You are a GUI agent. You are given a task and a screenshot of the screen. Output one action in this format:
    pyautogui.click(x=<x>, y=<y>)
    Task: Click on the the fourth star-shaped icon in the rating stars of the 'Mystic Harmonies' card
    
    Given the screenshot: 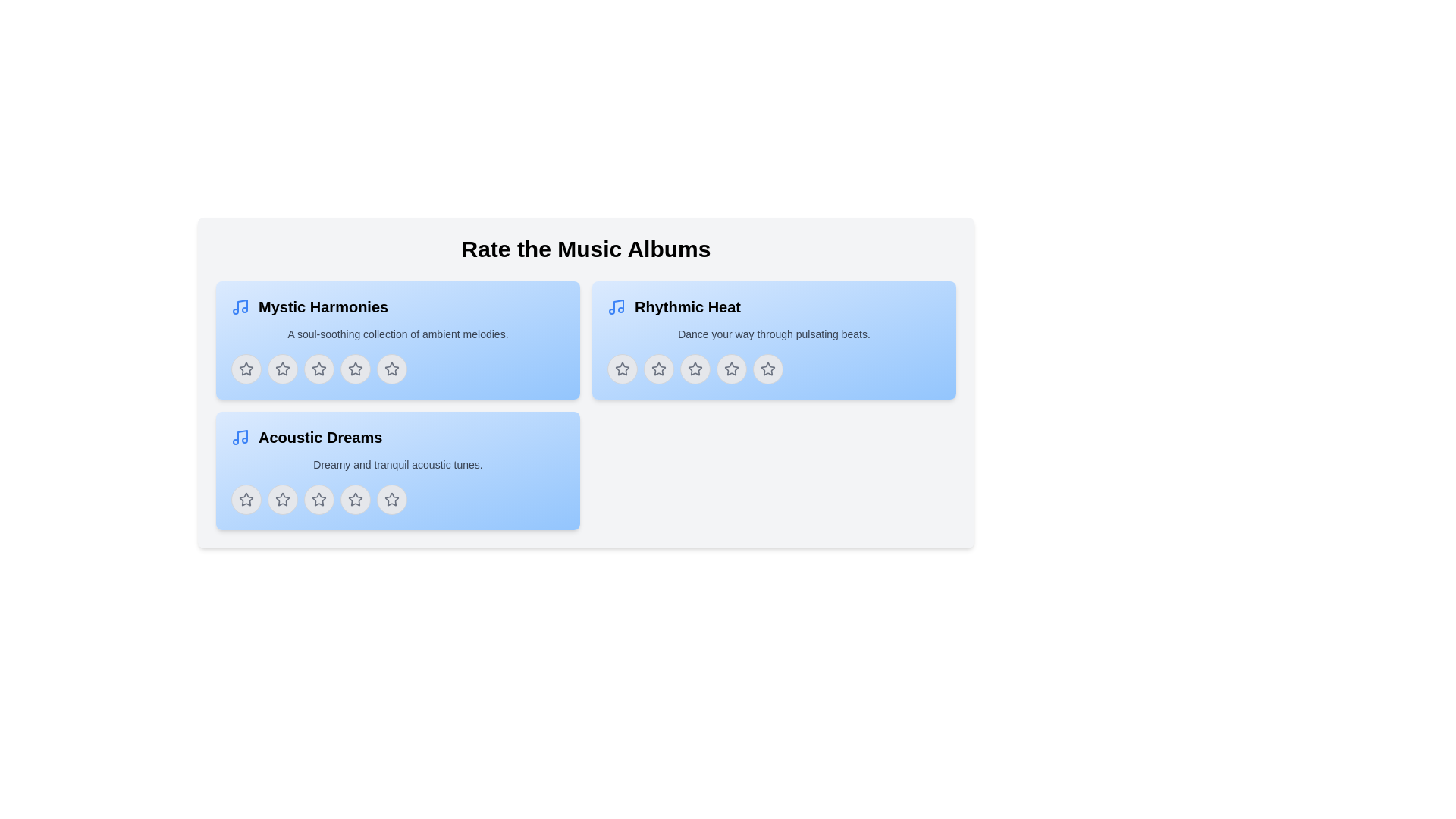 What is the action you would take?
    pyautogui.click(x=355, y=369)
    